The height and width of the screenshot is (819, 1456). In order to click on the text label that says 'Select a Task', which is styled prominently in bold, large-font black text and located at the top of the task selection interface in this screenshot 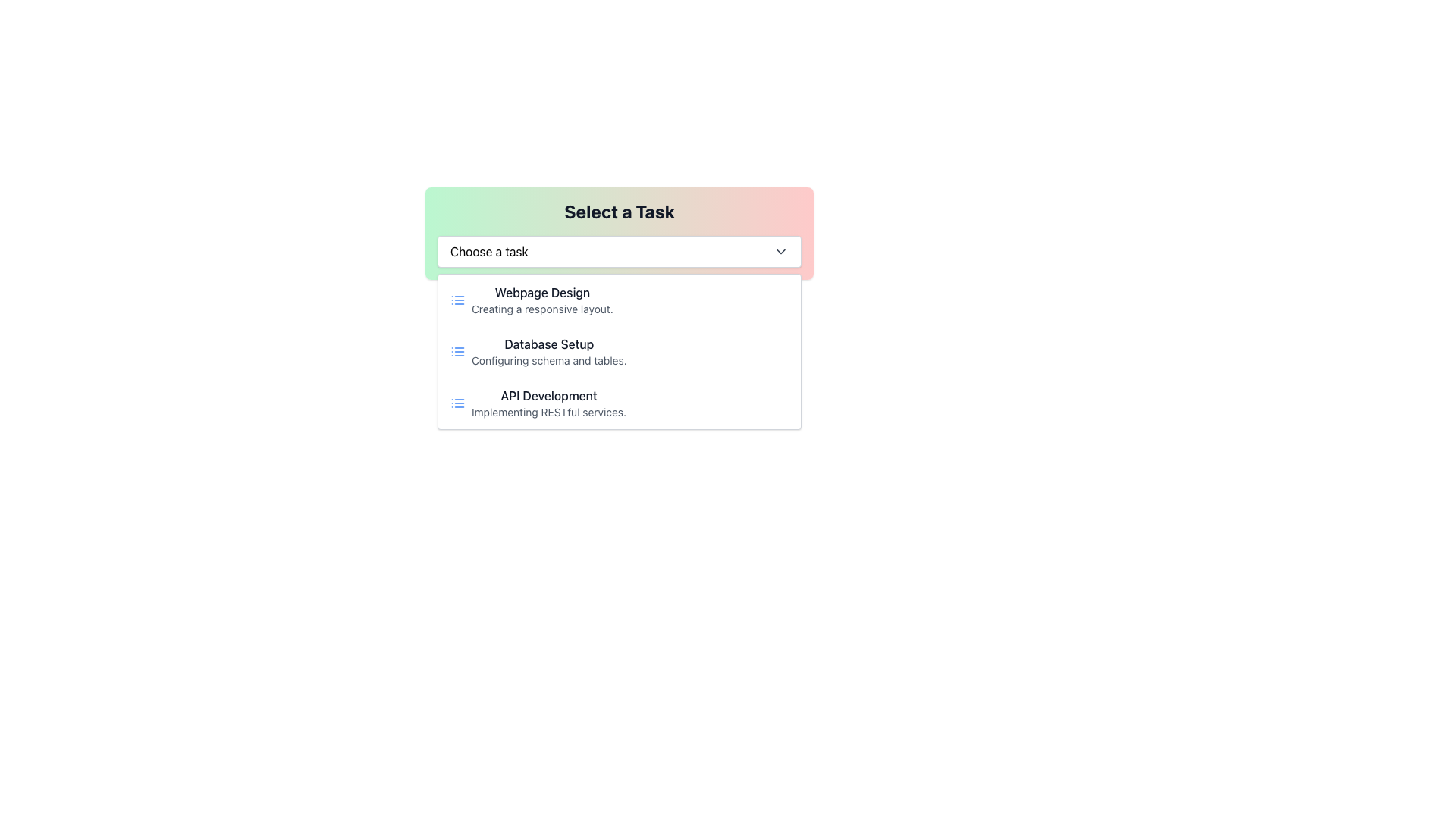, I will do `click(619, 211)`.